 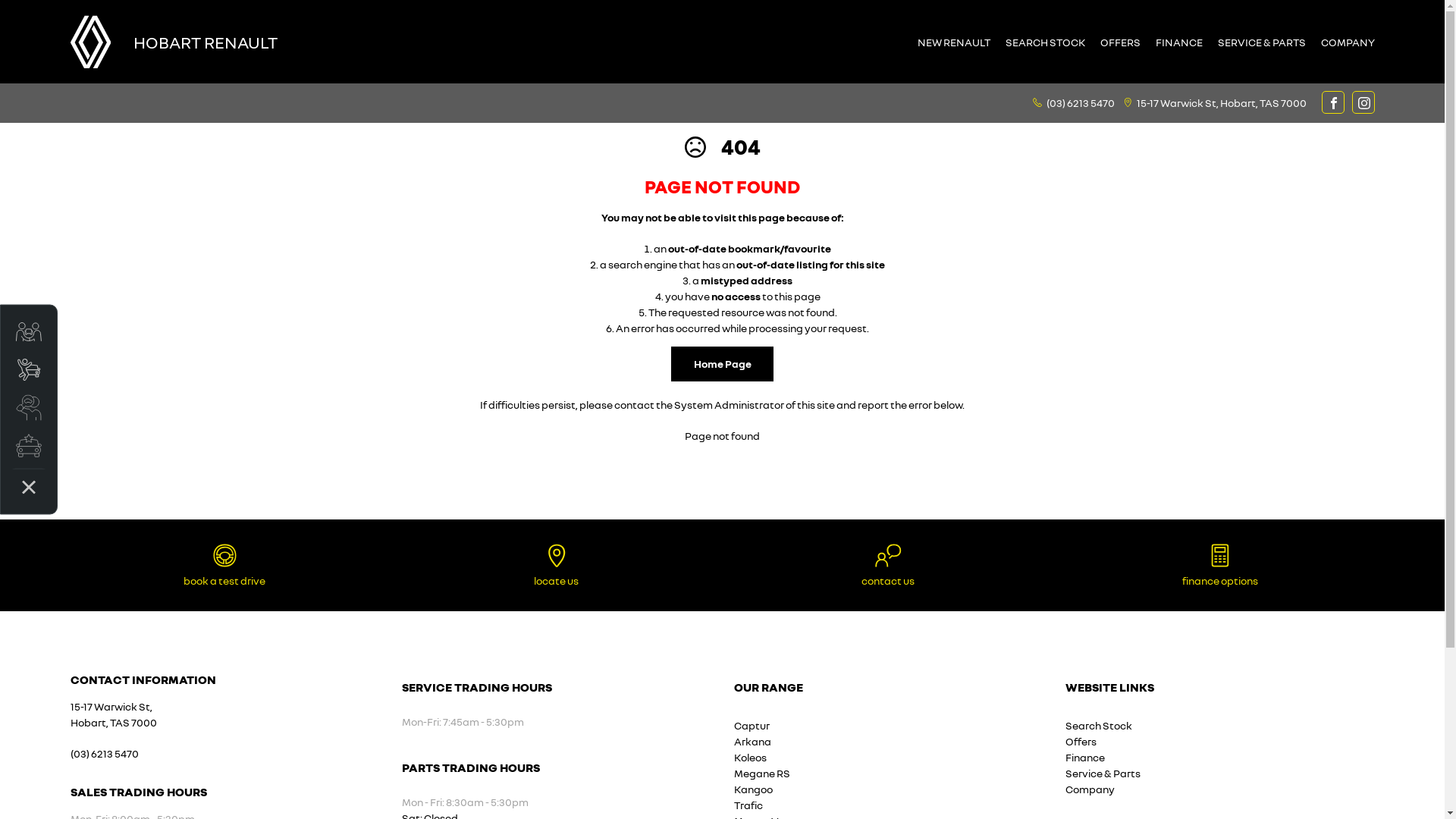 What do you see at coordinates (1178, 41) in the screenshot?
I see `'FINANCE'` at bounding box center [1178, 41].